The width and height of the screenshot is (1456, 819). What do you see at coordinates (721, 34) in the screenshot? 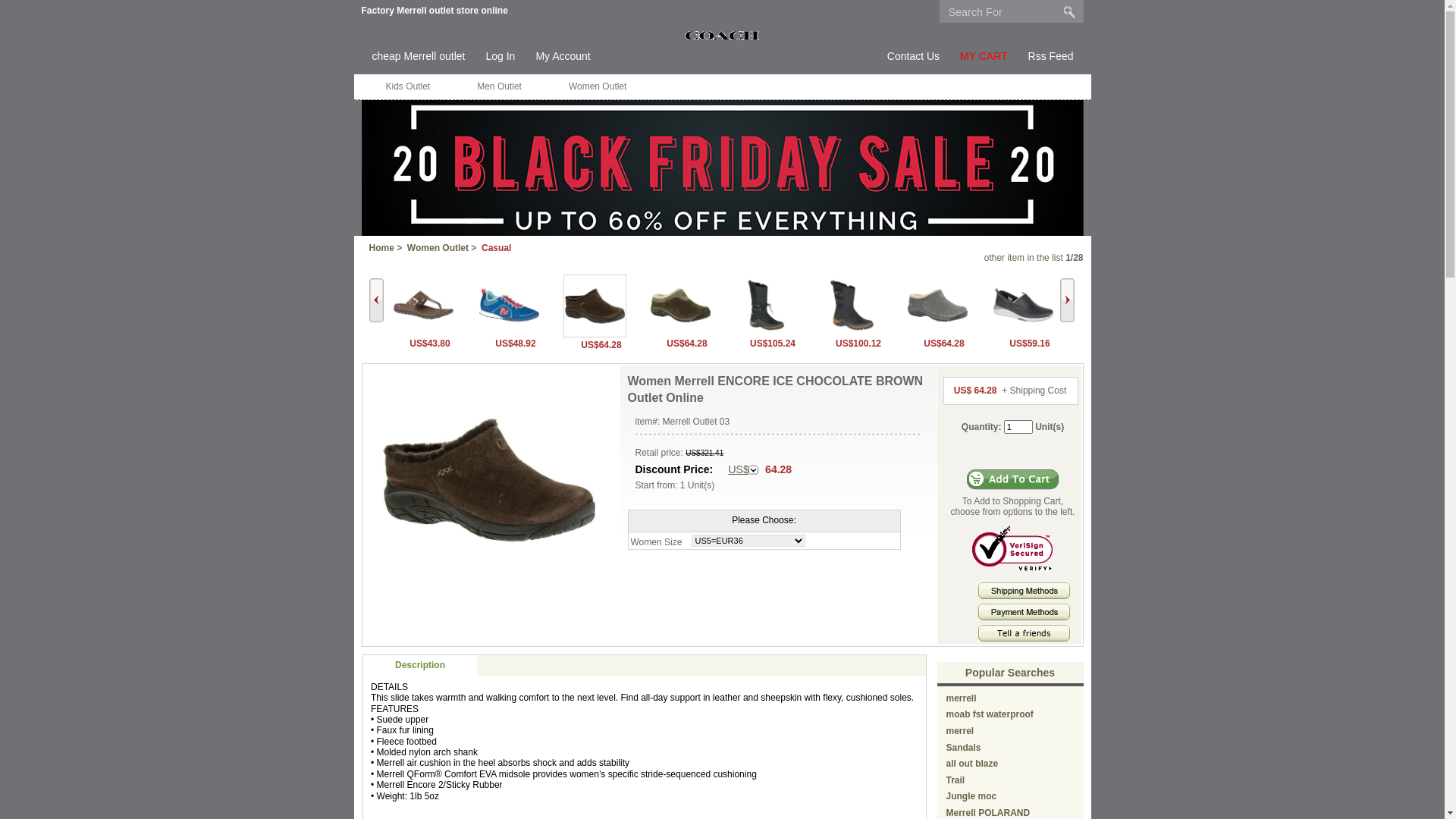
I see `' Merrell outlet '` at bounding box center [721, 34].